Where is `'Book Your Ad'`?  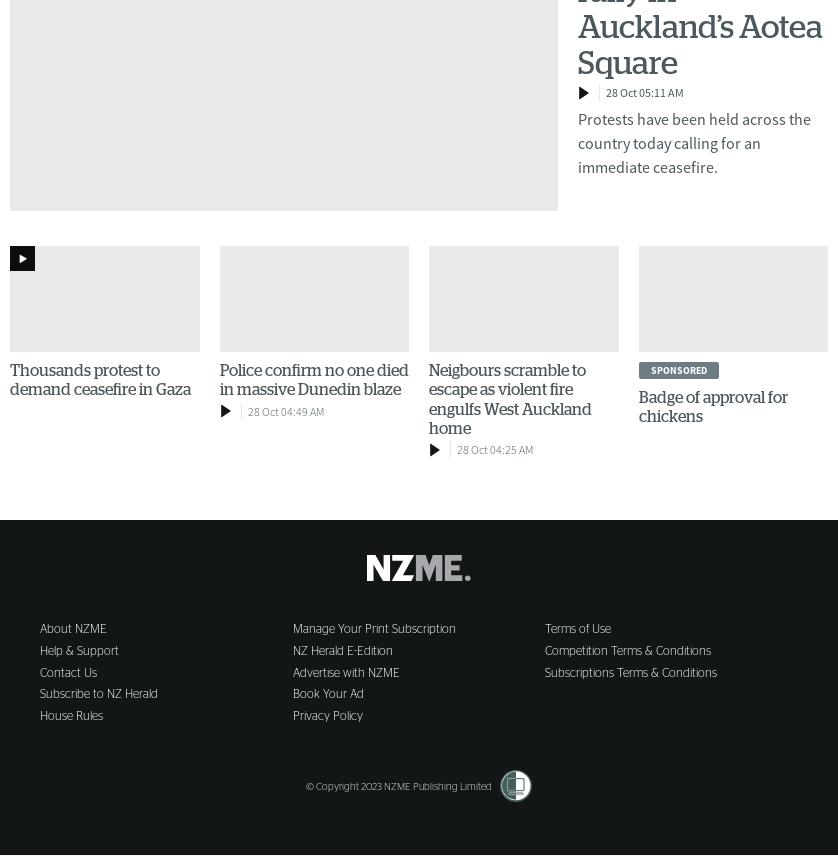 'Book Your Ad' is located at coordinates (326, 692).